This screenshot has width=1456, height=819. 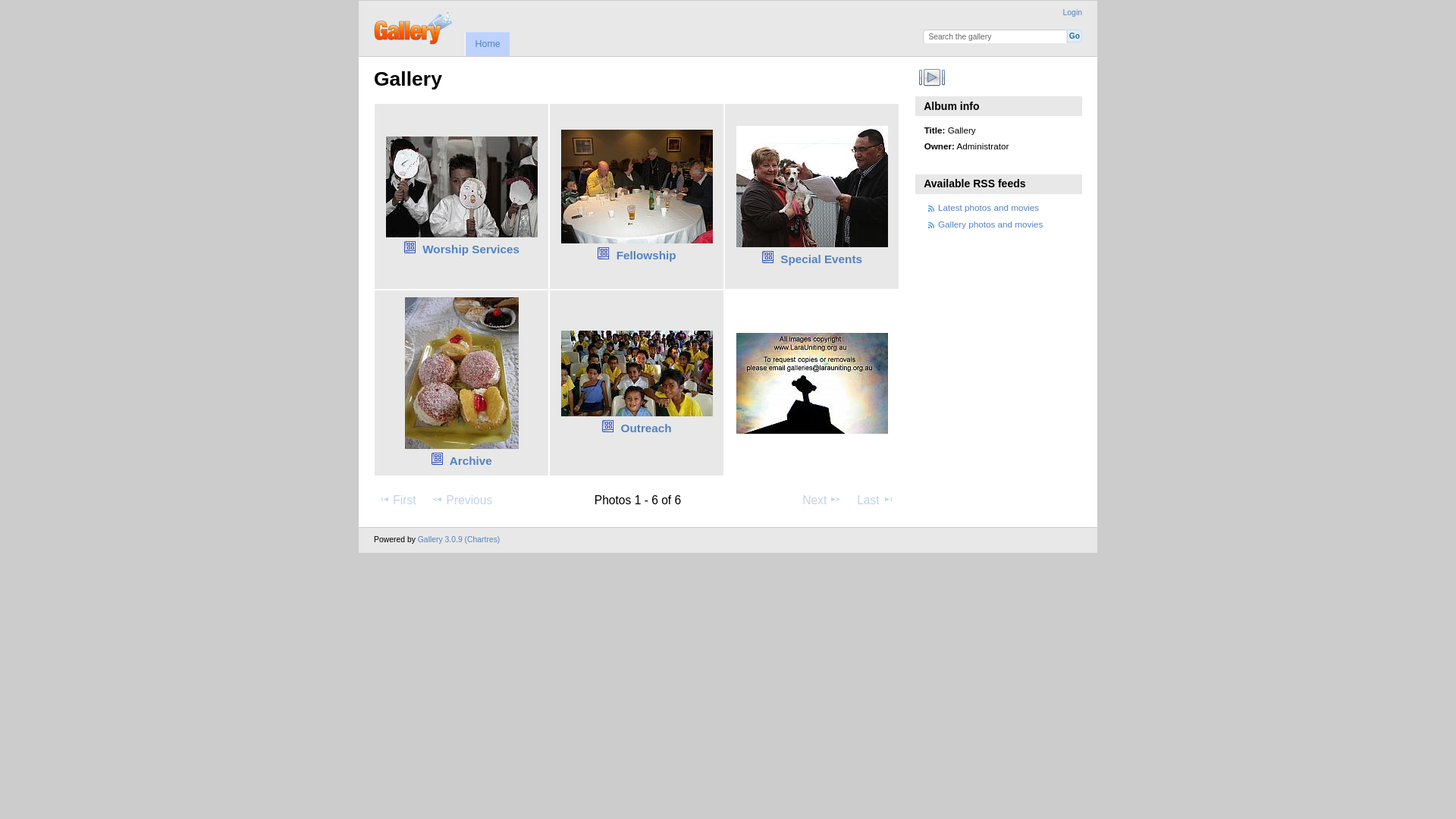 What do you see at coordinates (990, 224) in the screenshot?
I see `'Gallery photos and movies'` at bounding box center [990, 224].